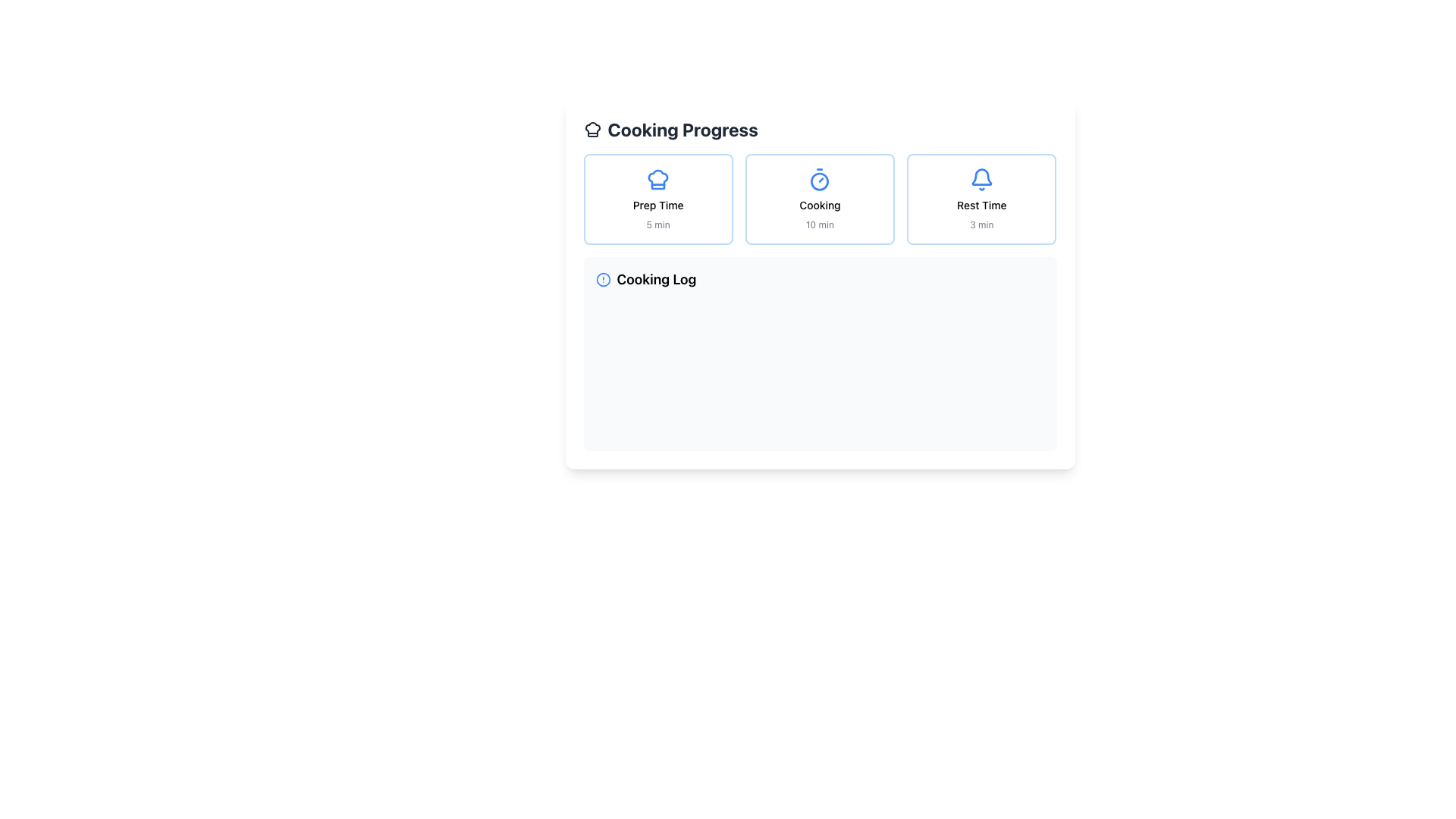 The height and width of the screenshot is (819, 1456). I want to click on the text label displaying the preparation time duration ('5 min') located within the 'Prep Time' card of the 'Cooking Progress' section, below the 'Prep Time' label and the chef hat icon, so click(658, 225).